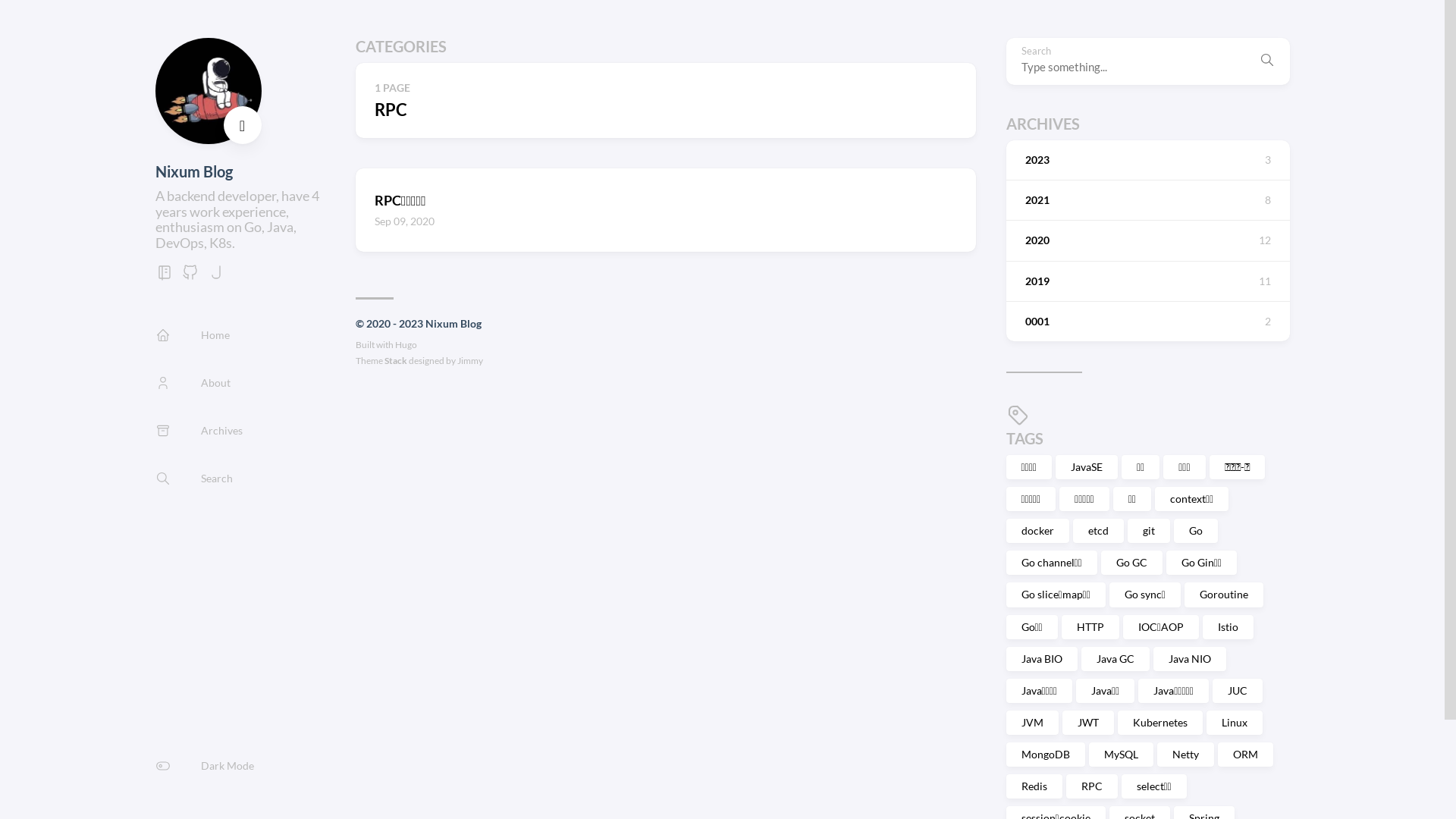 The width and height of the screenshot is (1456, 819). What do you see at coordinates (469, 360) in the screenshot?
I see `'Jimmy'` at bounding box center [469, 360].